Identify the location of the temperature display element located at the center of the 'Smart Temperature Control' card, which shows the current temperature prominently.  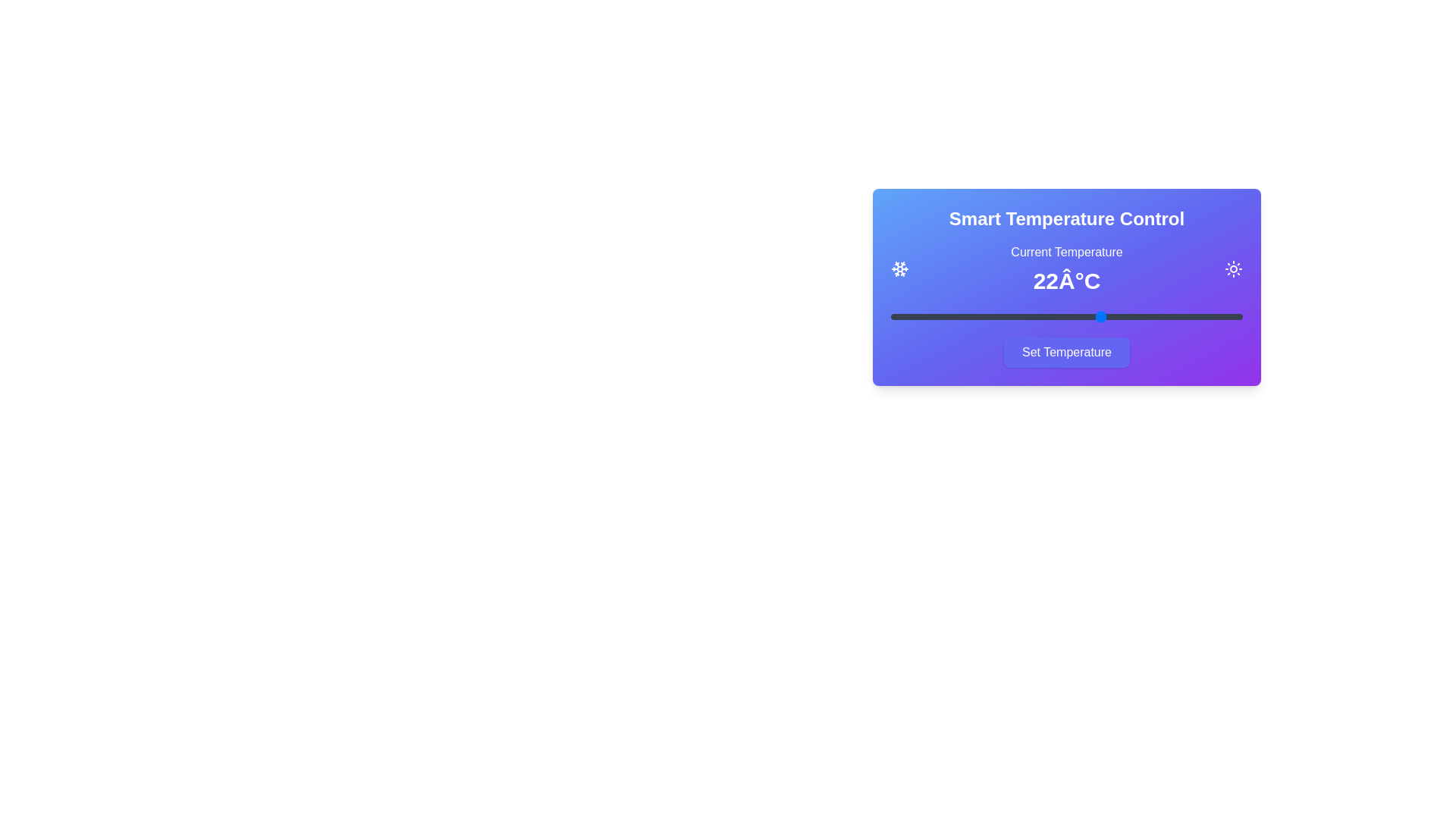
(1065, 268).